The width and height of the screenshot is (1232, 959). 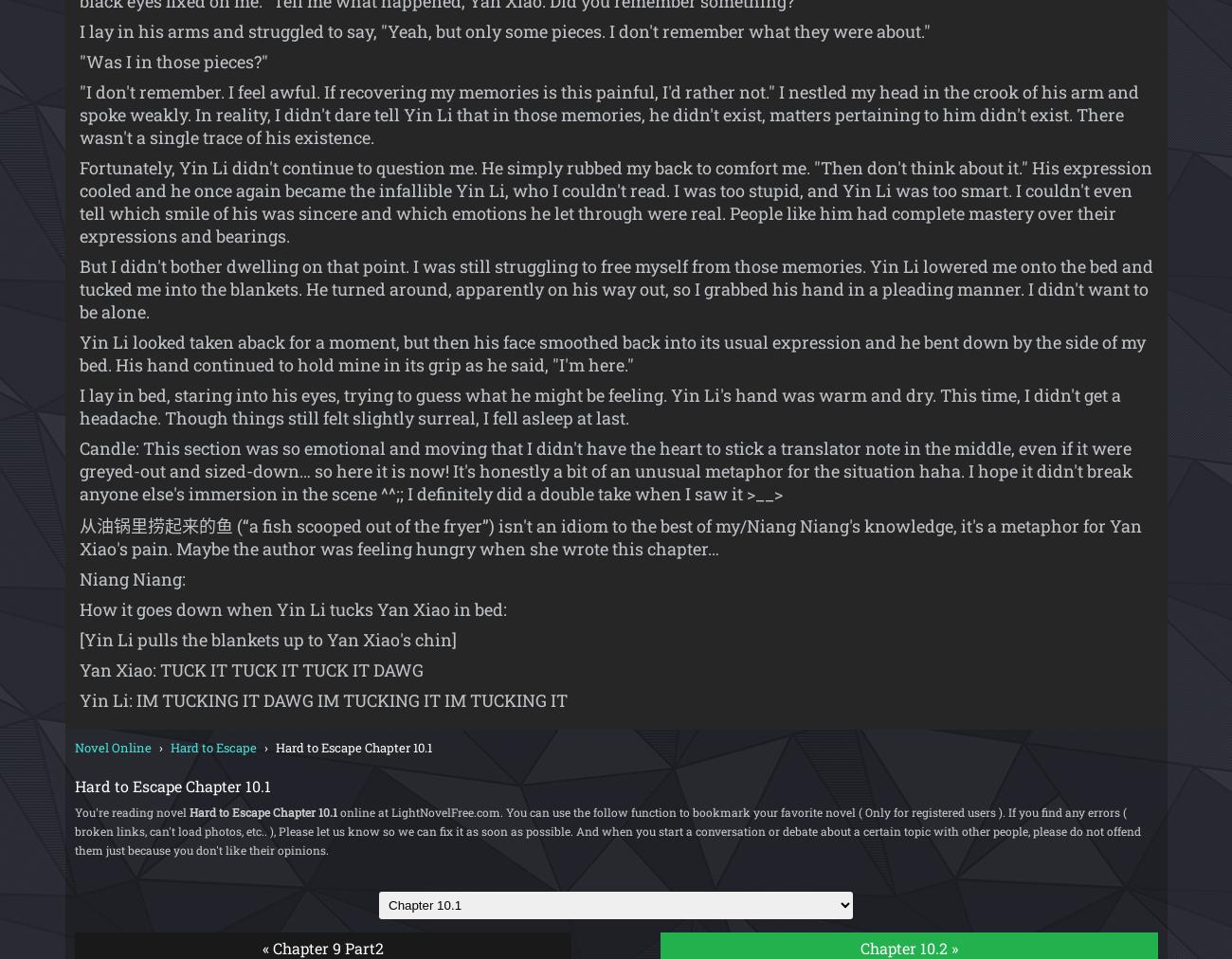 I want to click on '从油锅里捞起来的鱼 (“a fish scooped out of the fryer”) isn't an idiom to the best of my/Niang Niang's knowledge, it's a metaphor for Yan Xiao's pain. Maybe the author was feeling hungry when she wrote this chapter…', so click(x=78, y=536).